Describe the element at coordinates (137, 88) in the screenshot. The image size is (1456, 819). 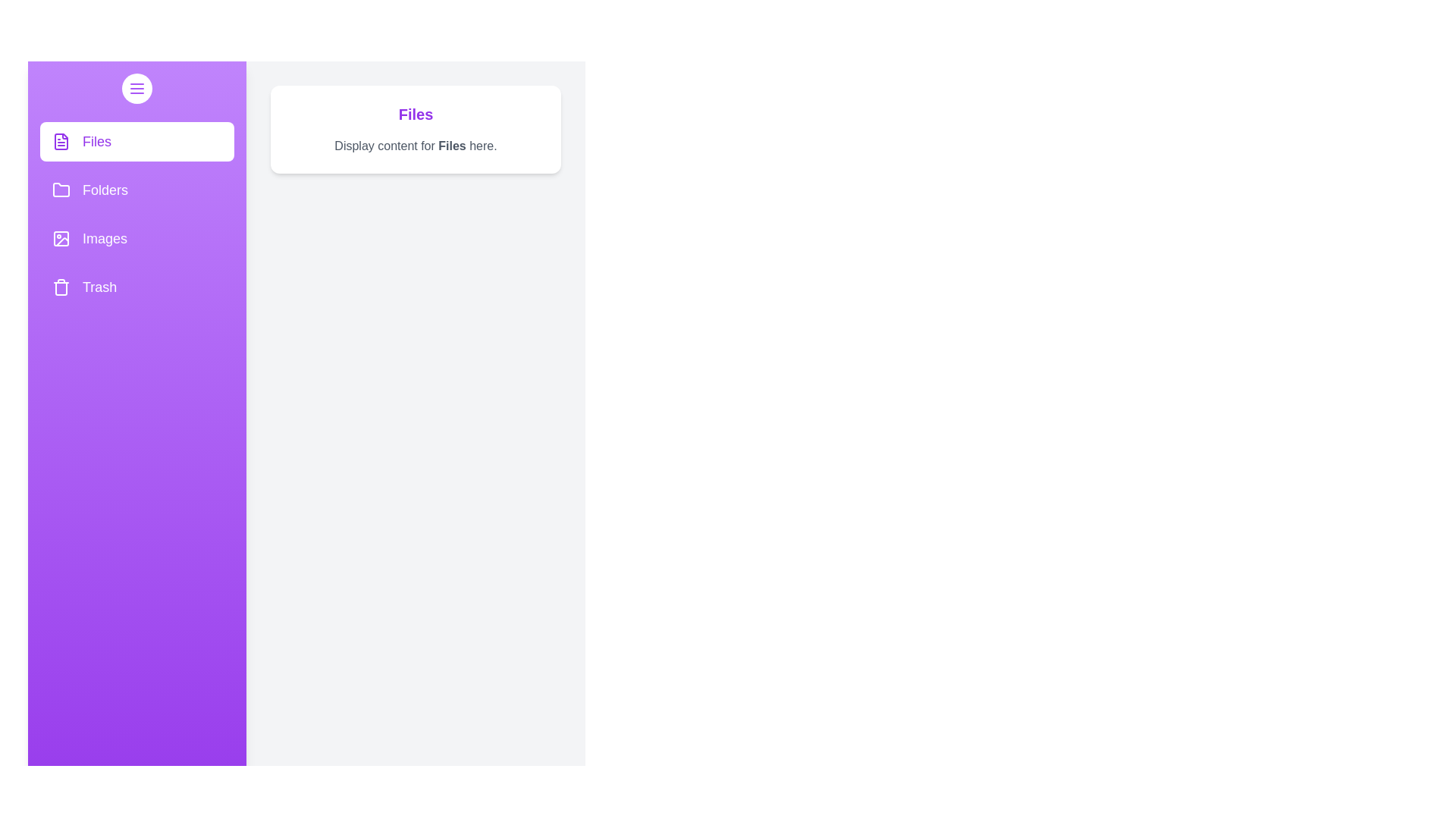
I see `toggle button to toggle the drawer open or close` at that location.